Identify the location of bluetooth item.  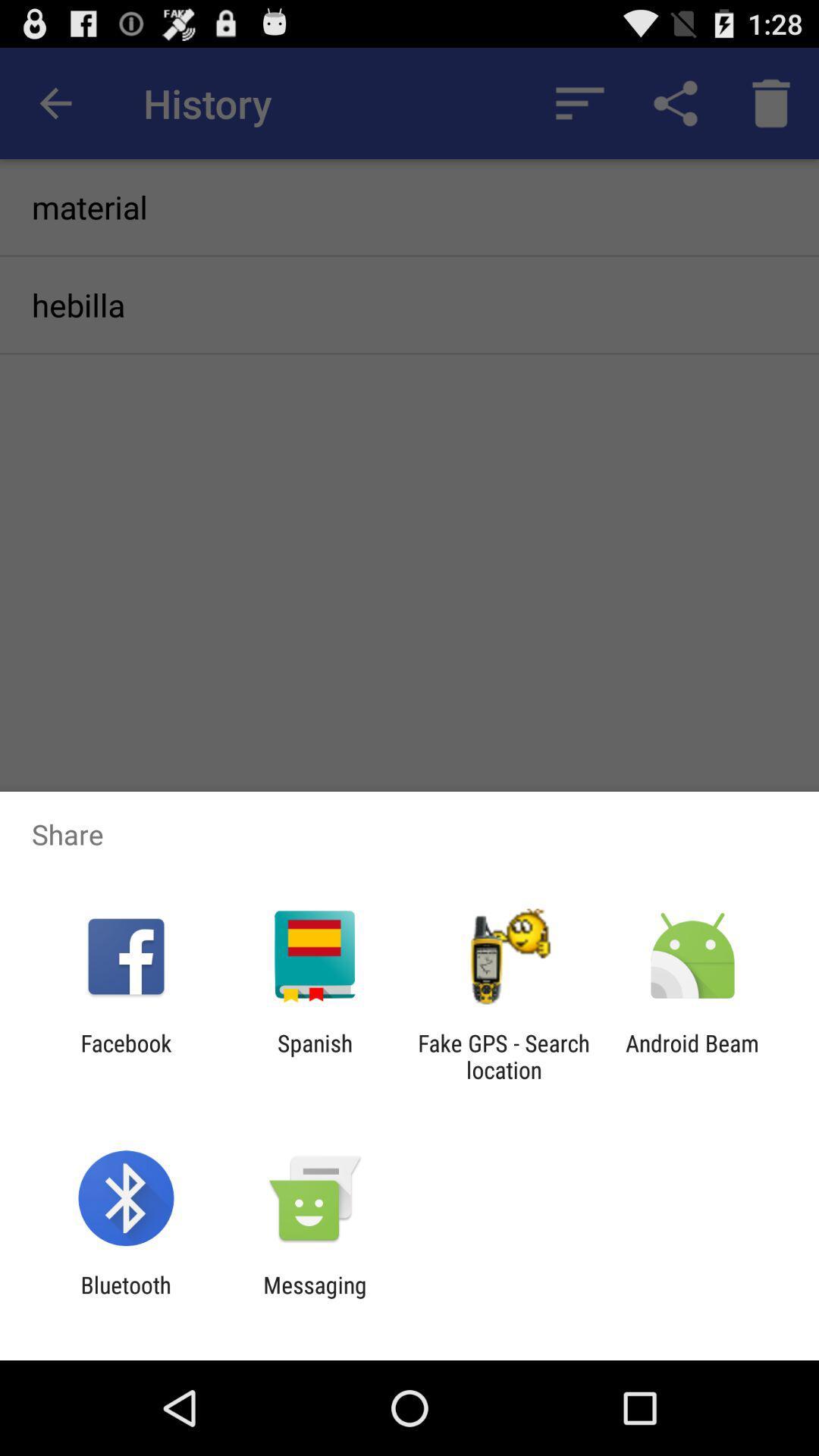
(125, 1298).